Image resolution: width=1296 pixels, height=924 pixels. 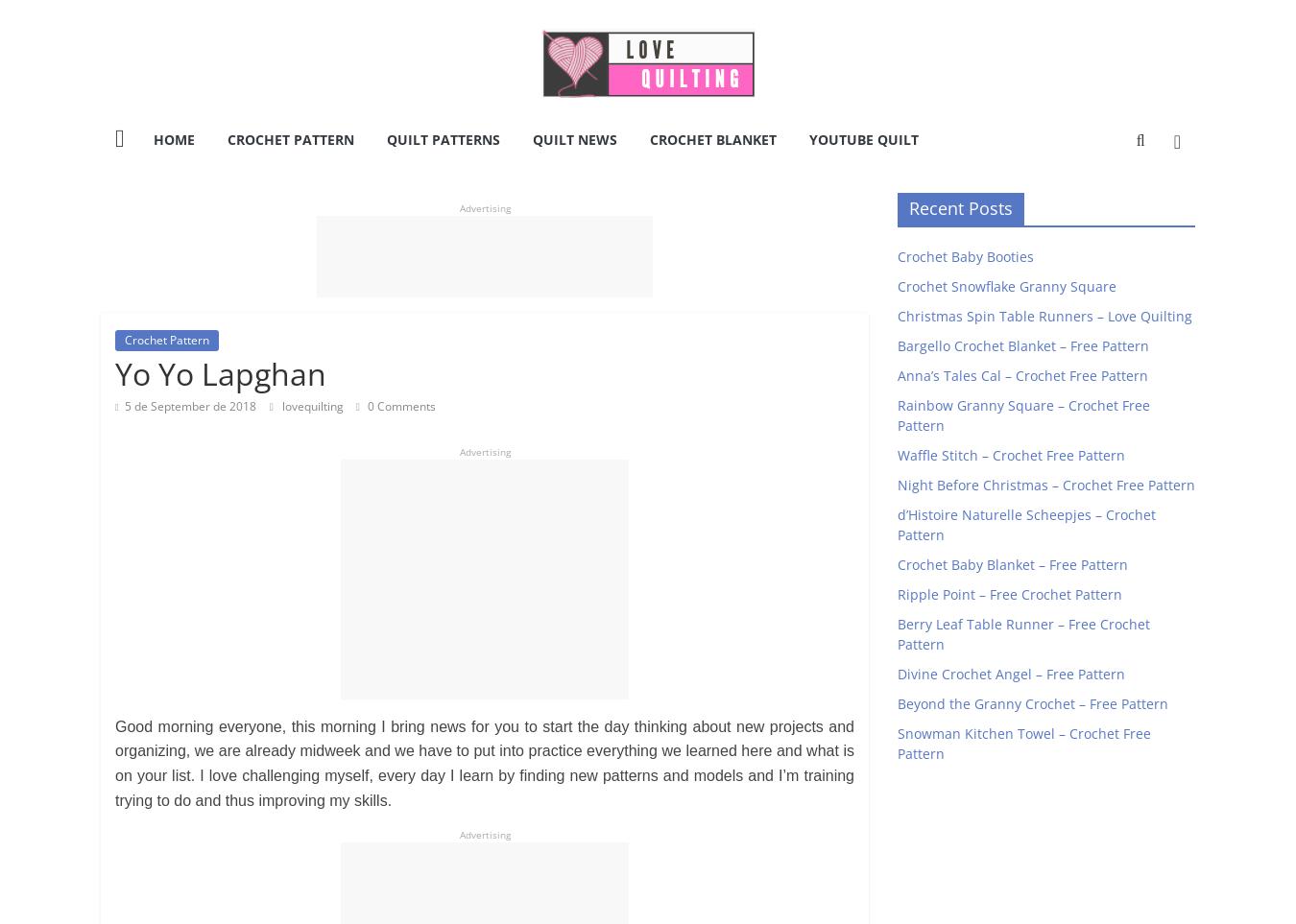 What do you see at coordinates (1011, 453) in the screenshot?
I see `'Waffle Stitch – Crochet Free Pattern'` at bounding box center [1011, 453].